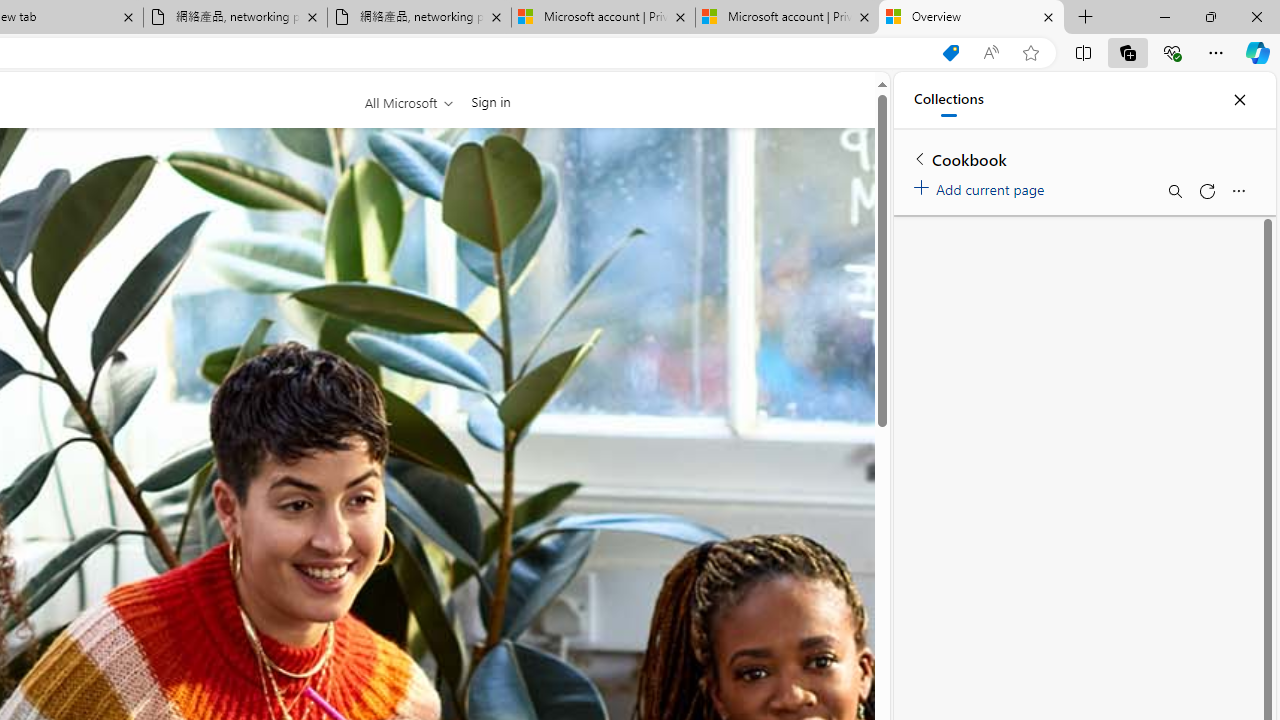 This screenshot has height=720, width=1280. I want to click on 'Add current page', so click(983, 186).